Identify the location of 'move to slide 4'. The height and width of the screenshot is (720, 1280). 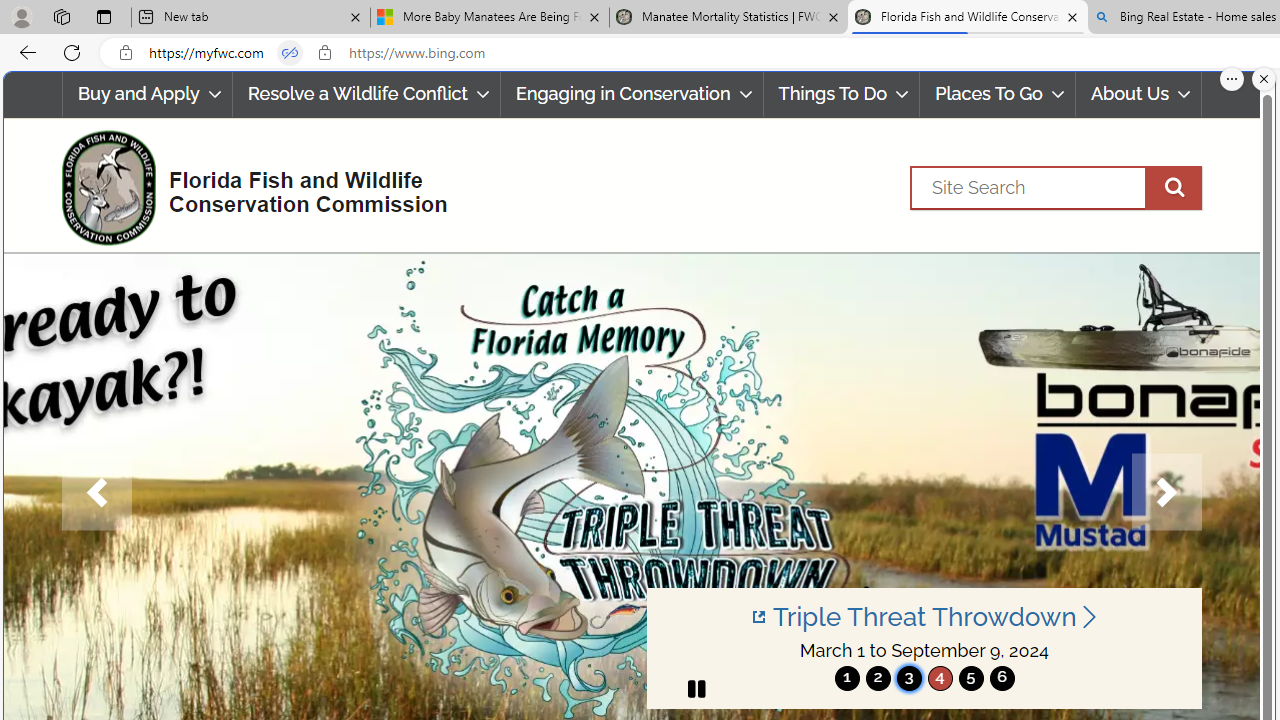
(939, 677).